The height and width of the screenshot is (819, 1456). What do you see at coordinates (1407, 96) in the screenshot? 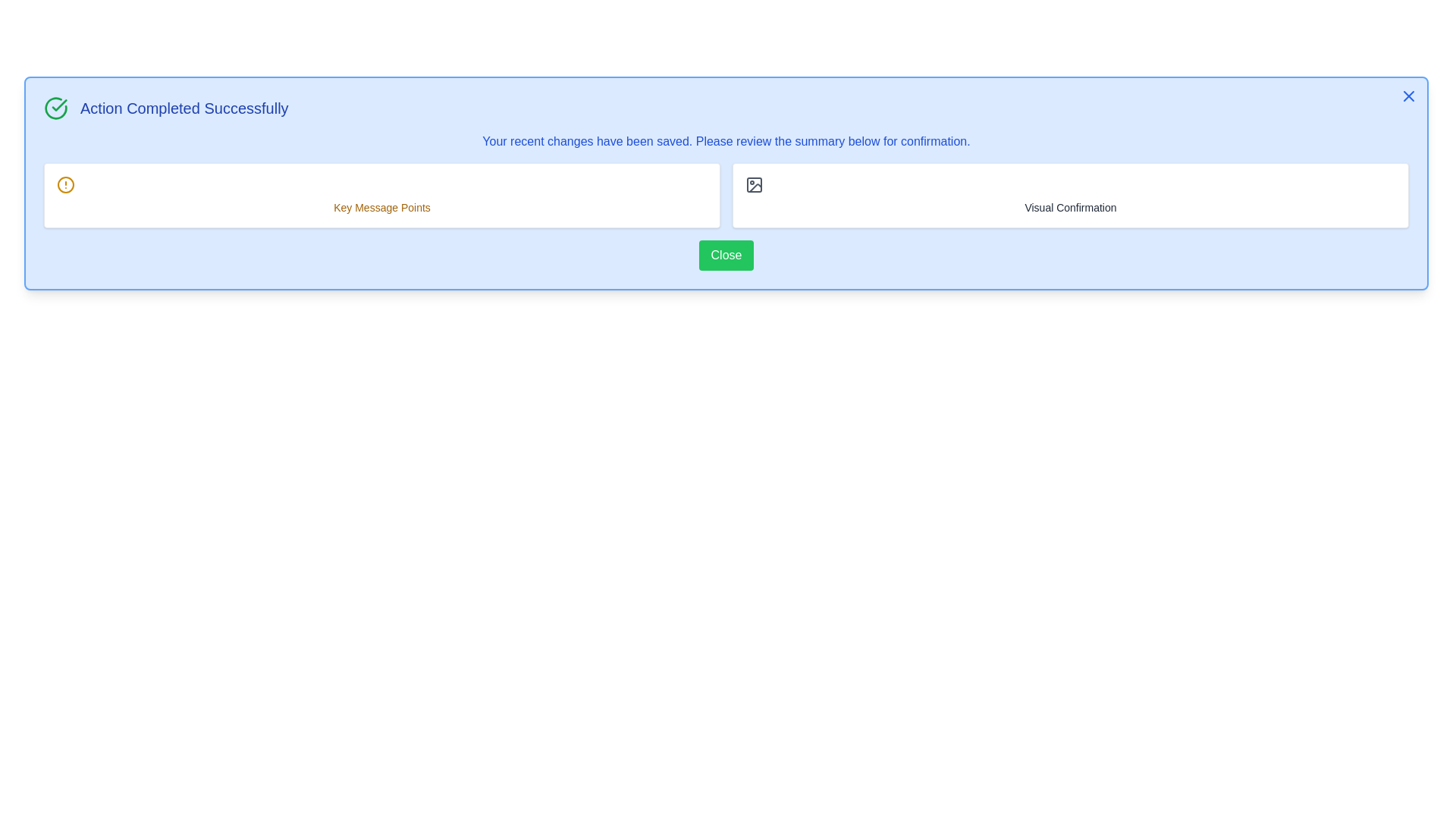
I see `the close icon to observe its hover effect` at bounding box center [1407, 96].